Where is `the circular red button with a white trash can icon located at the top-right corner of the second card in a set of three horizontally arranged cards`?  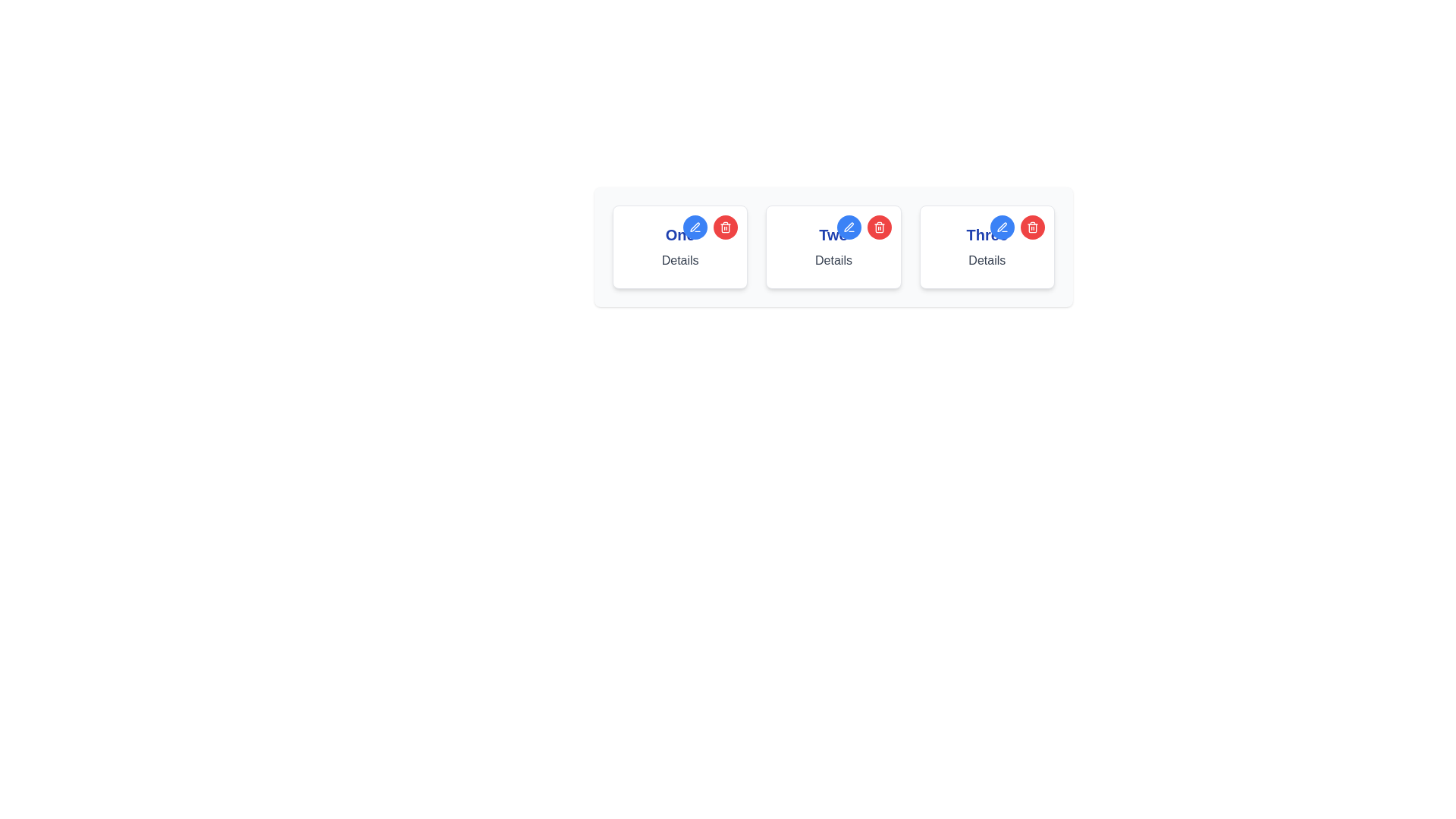
the circular red button with a white trash can icon located at the top-right corner of the second card in a set of three horizontally arranged cards is located at coordinates (879, 227).